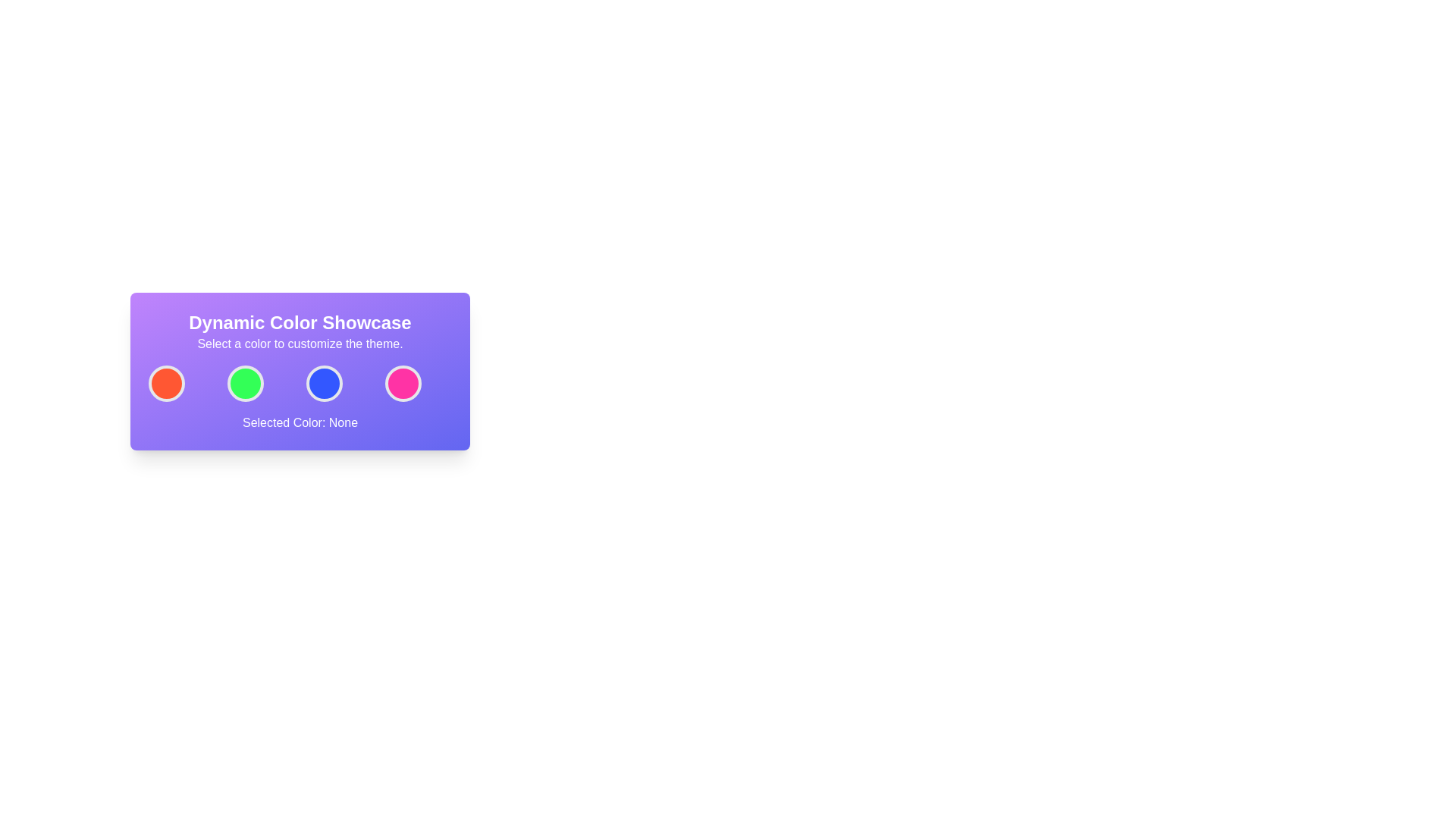  Describe the element at coordinates (300, 423) in the screenshot. I see `the Static Text Display that shows the currently selected color, located at the bottom of the color selection card` at that location.